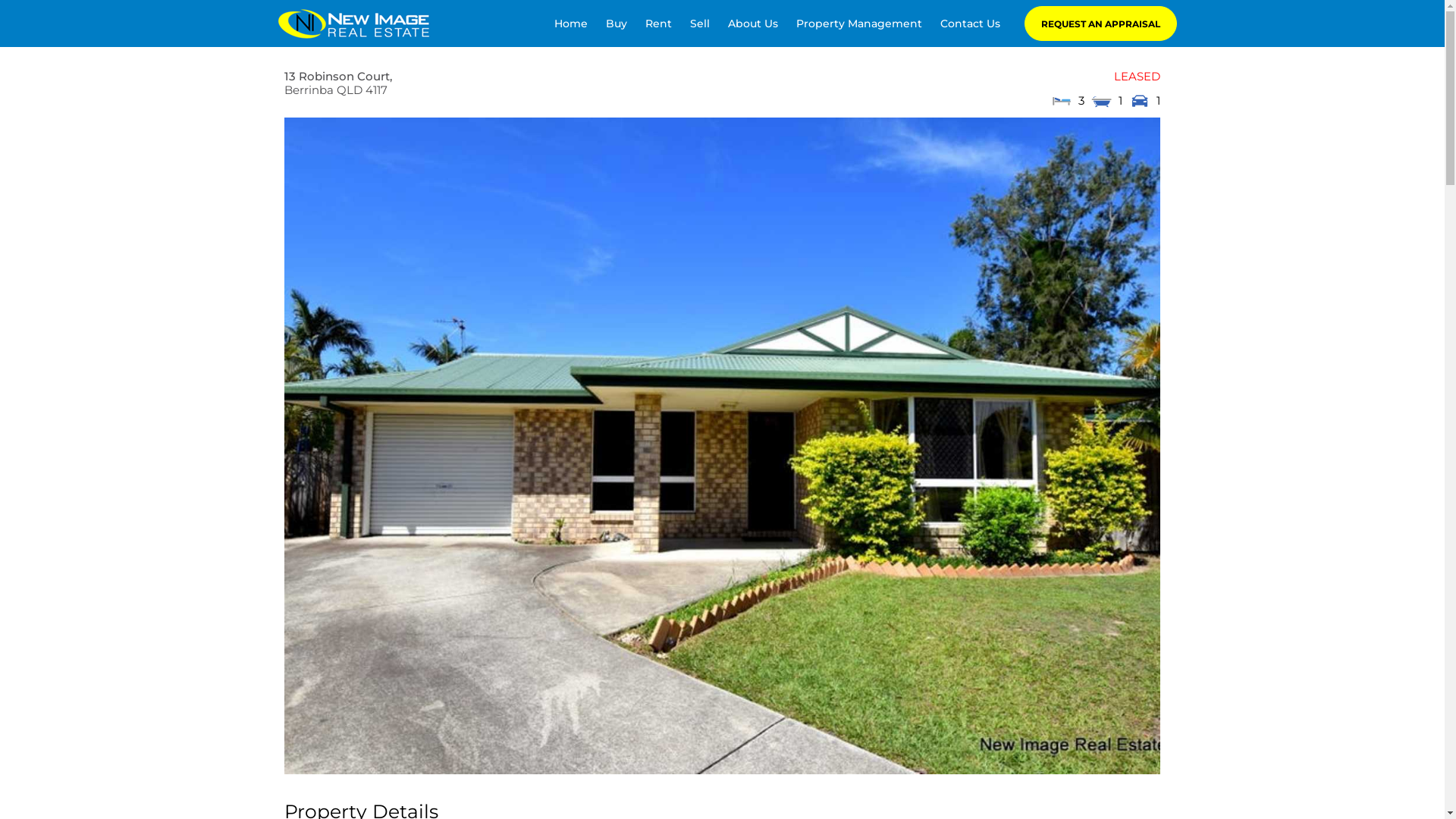 This screenshot has width=1456, height=819. What do you see at coordinates (858, 23) in the screenshot?
I see `'Property Management'` at bounding box center [858, 23].